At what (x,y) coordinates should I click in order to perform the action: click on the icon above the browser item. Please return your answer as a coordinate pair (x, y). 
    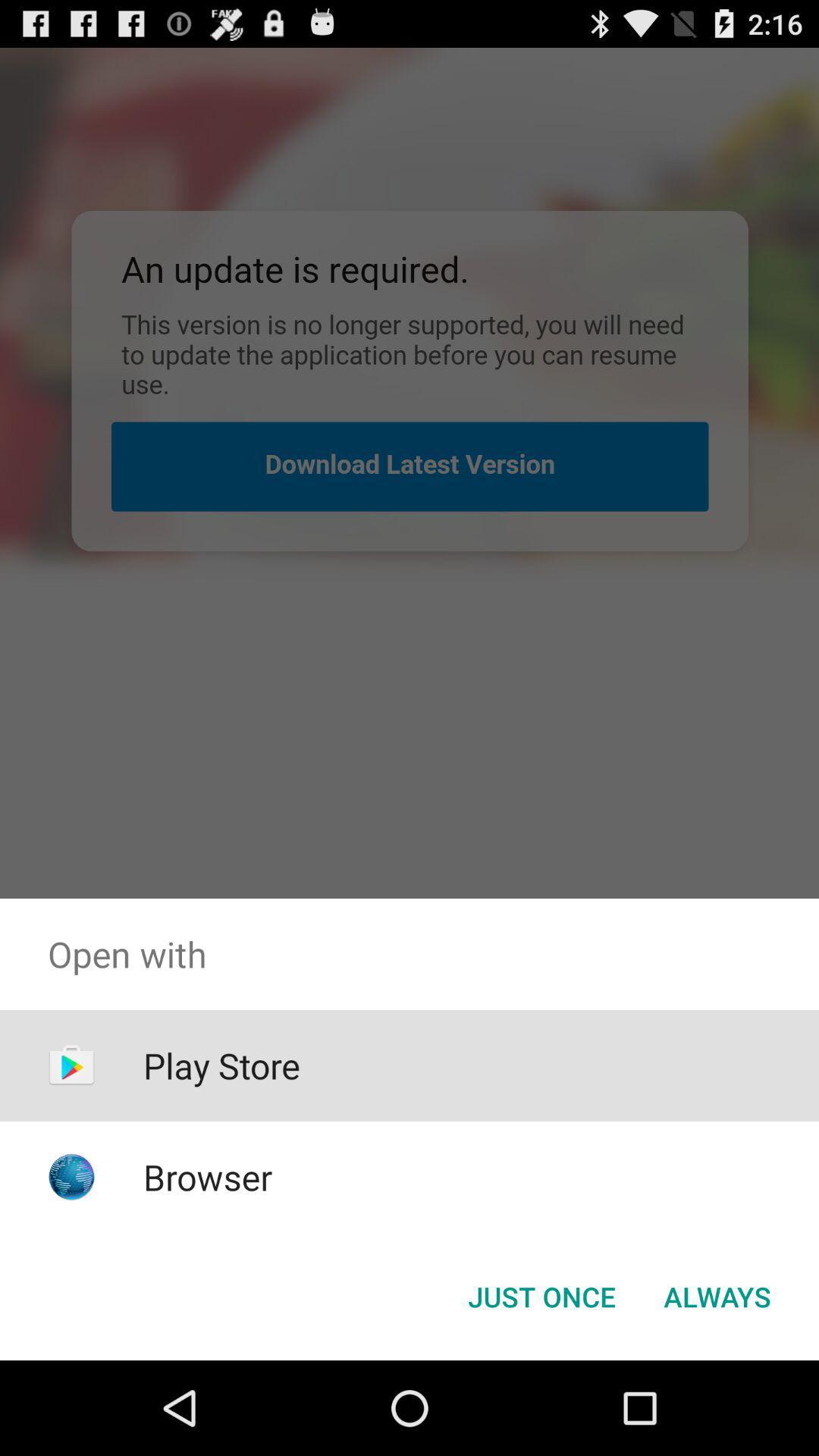
    Looking at the image, I should click on (221, 1065).